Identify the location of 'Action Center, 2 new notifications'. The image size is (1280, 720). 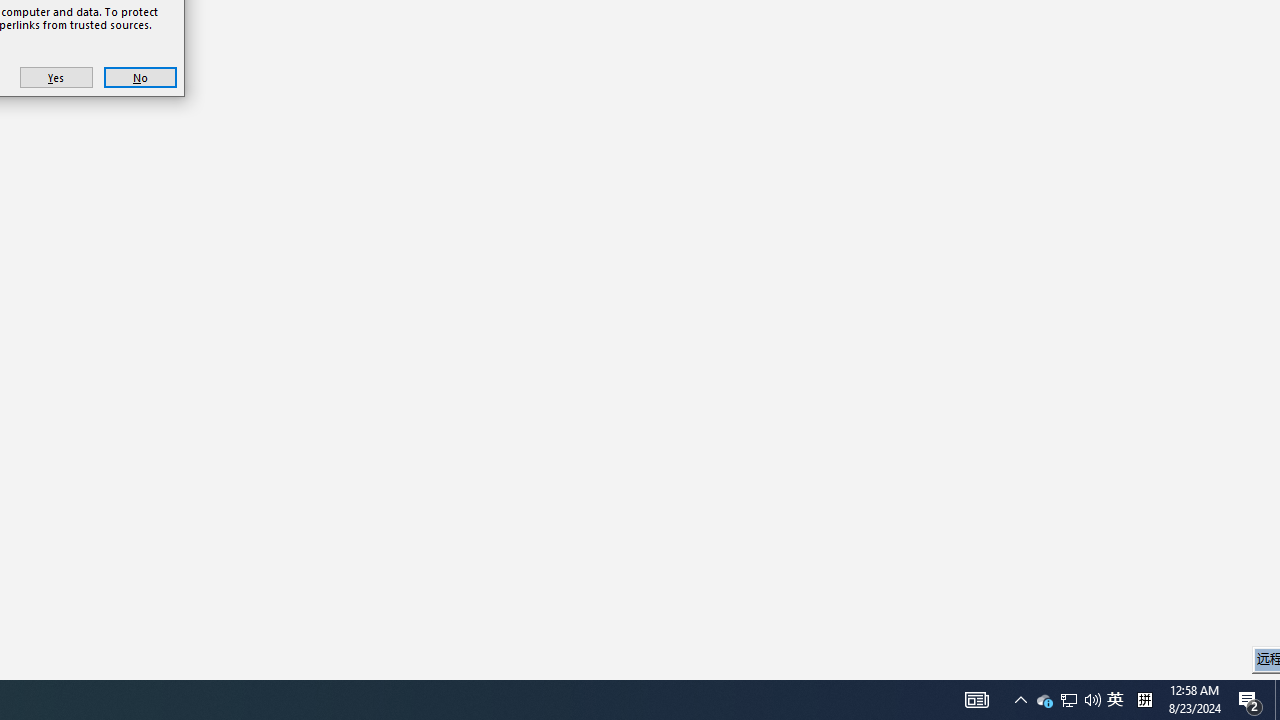
(1250, 698).